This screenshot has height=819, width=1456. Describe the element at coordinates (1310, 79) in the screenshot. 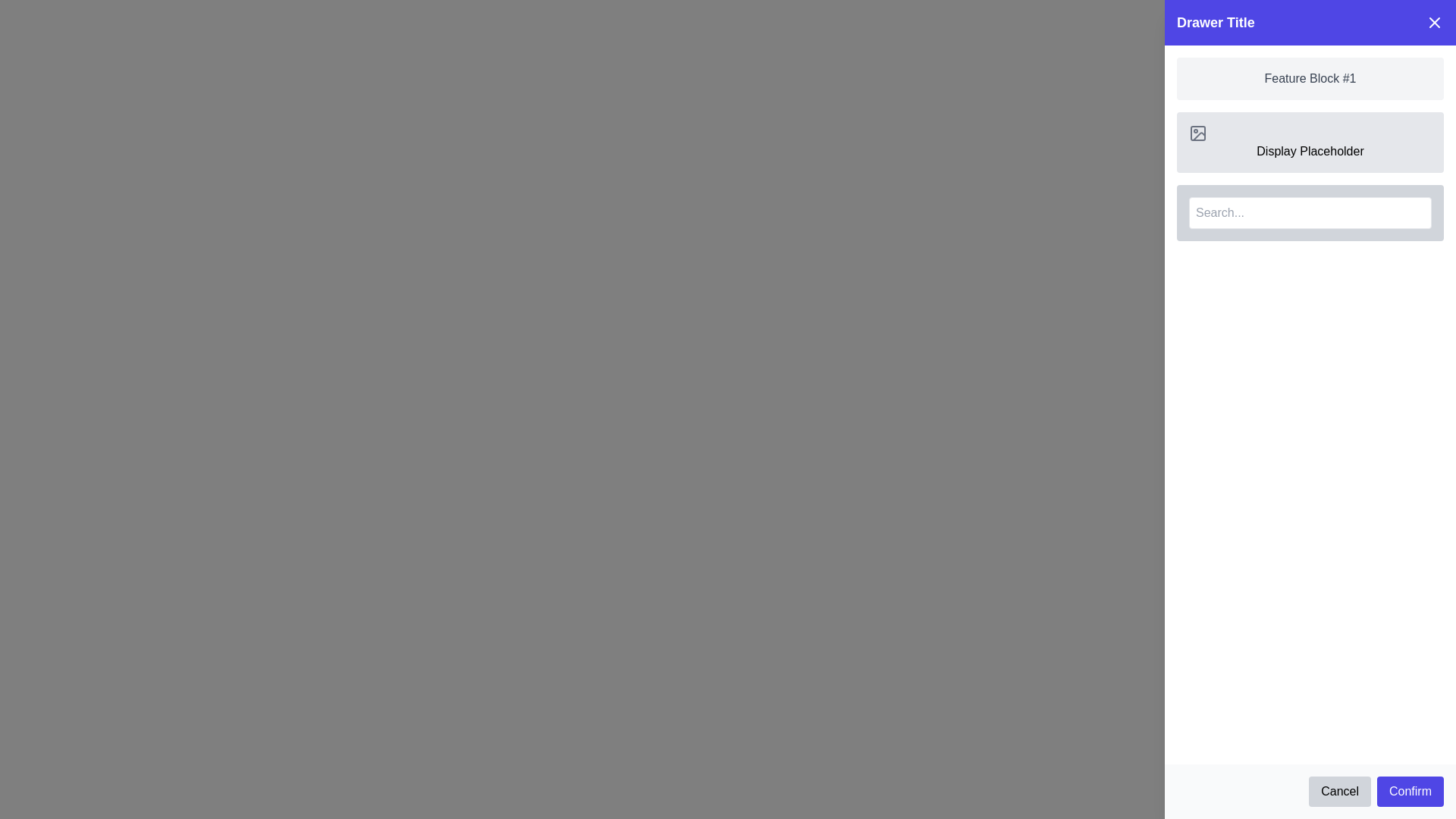

I see `the descriptive label located in the right-side drawer interface, positioned below the drawer title and above the 'Display Placeholder' box` at that location.